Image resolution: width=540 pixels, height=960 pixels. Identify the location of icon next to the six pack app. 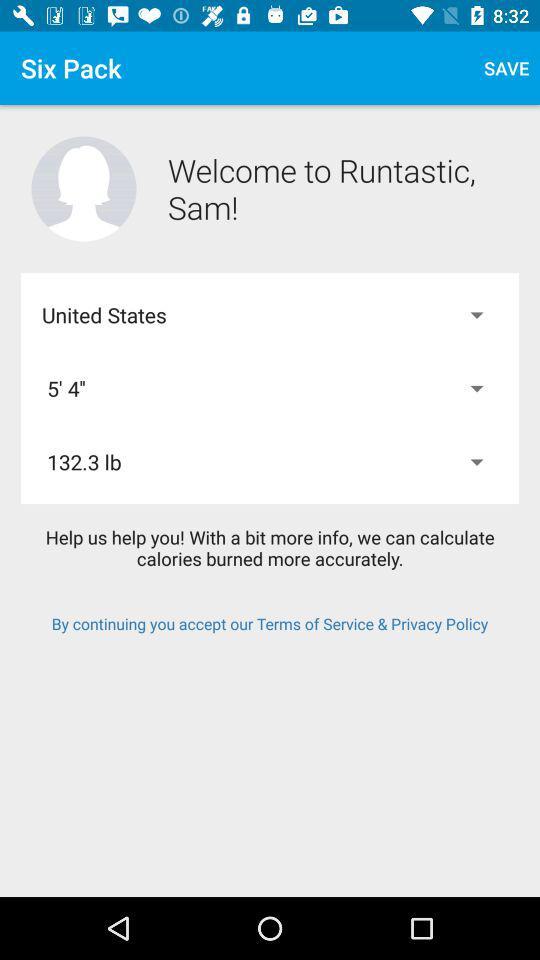
(505, 68).